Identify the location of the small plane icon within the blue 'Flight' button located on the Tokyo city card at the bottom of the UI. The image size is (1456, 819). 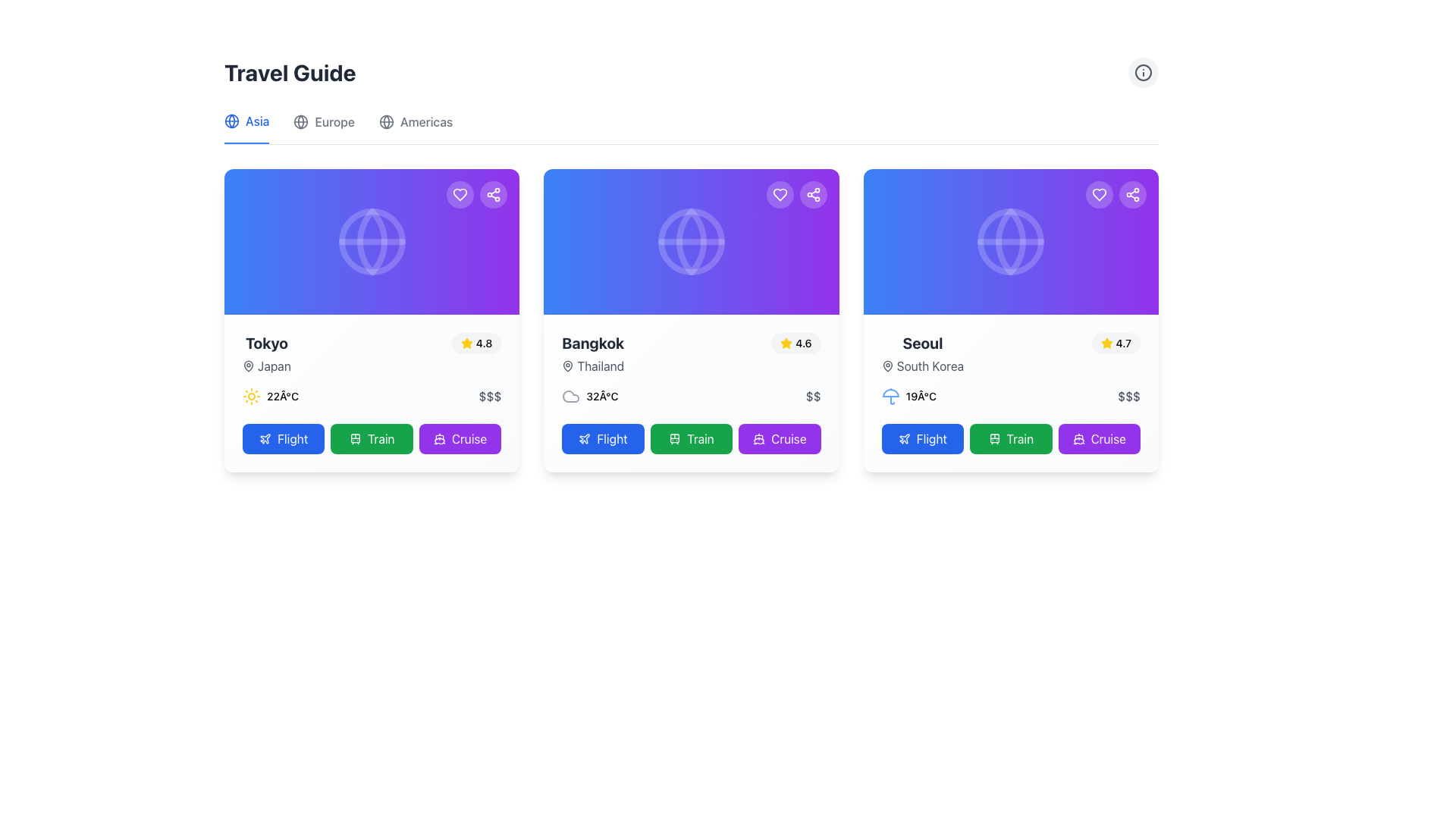
(265, 438).